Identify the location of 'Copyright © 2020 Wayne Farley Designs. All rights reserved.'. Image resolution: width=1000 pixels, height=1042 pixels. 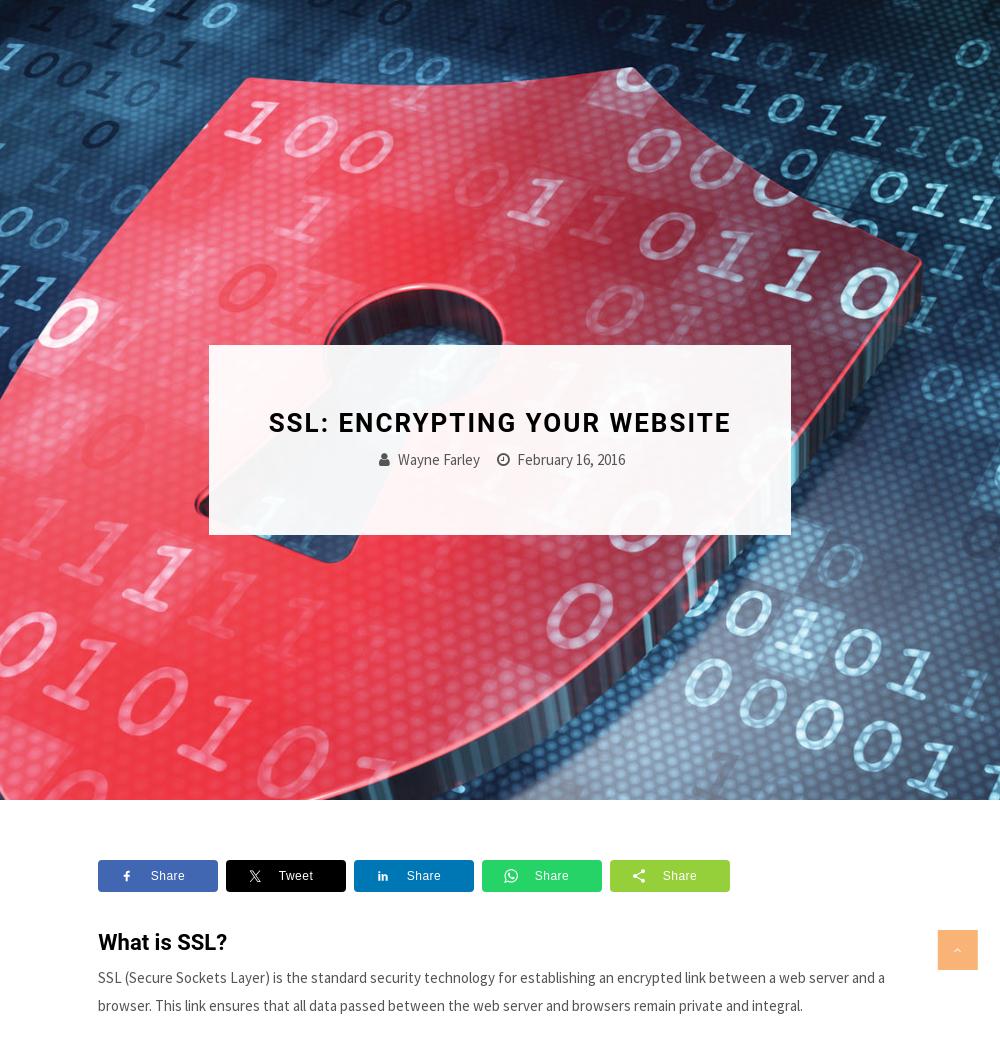
(498, 946).